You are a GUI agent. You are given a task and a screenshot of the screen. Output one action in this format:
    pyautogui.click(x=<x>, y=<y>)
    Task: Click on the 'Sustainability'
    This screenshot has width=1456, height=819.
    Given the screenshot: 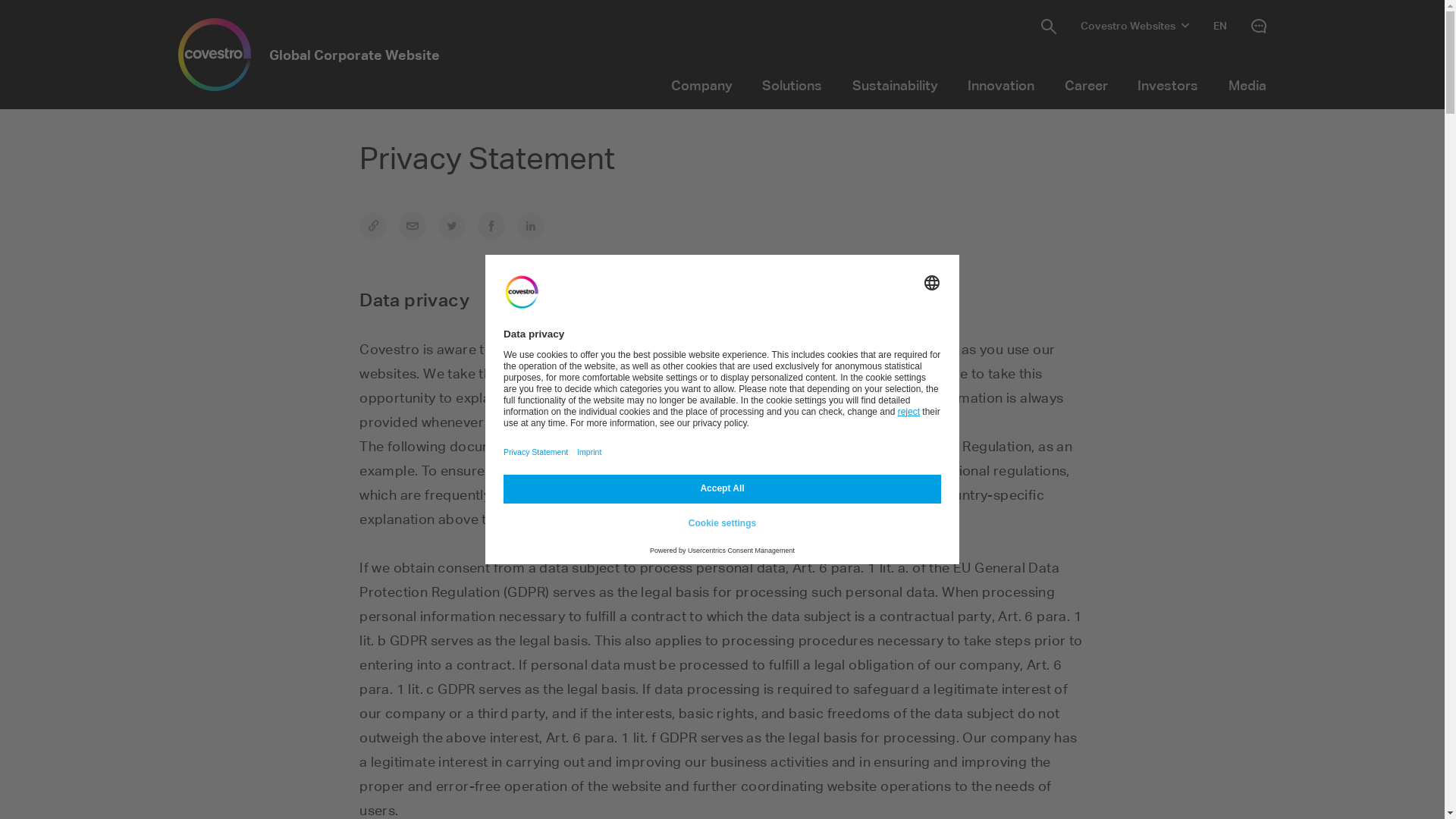 What is the action you would take?
    pyautogui.click(x=895, y=84)
    